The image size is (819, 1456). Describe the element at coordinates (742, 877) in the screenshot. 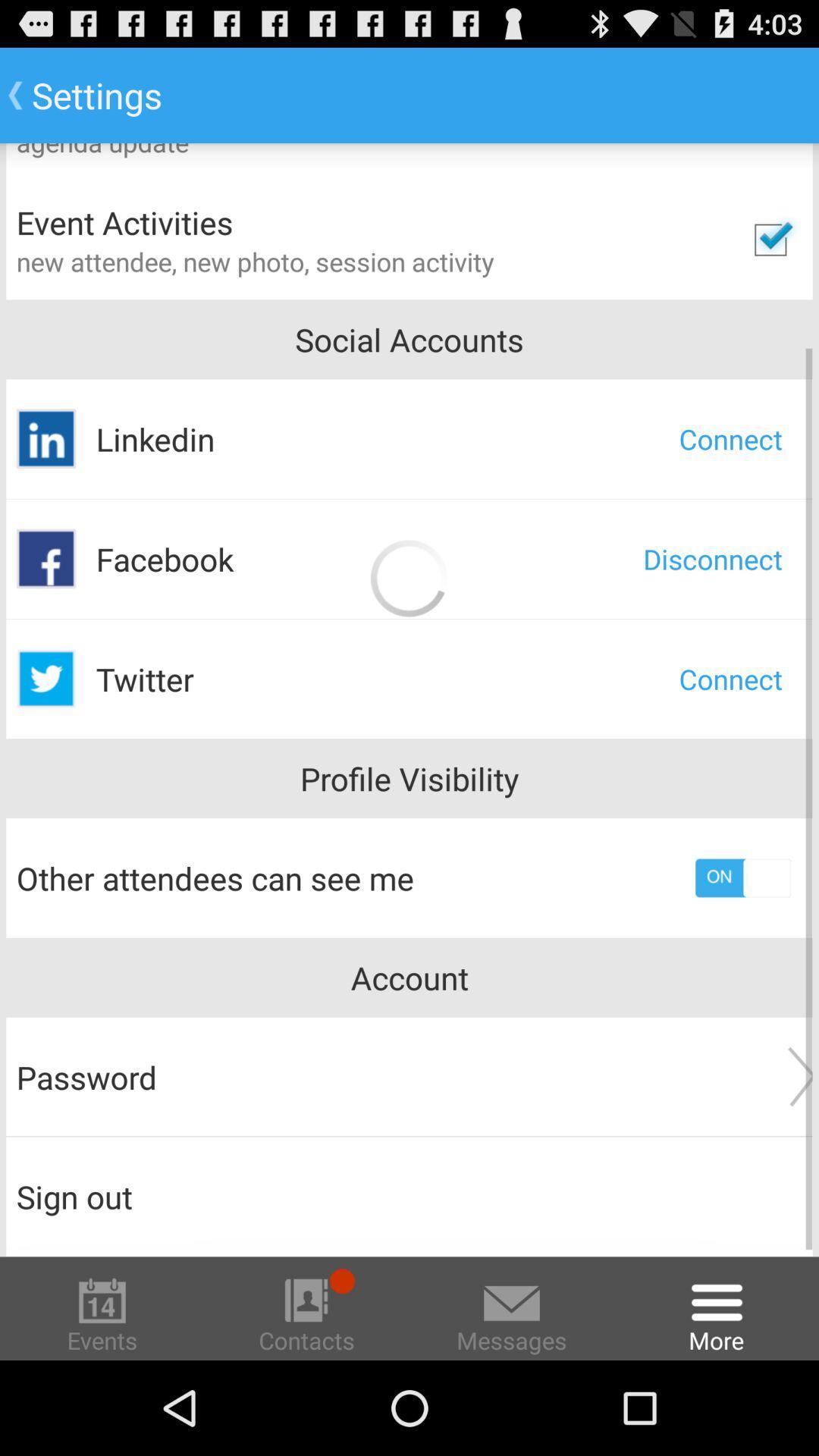

I see `profile visibility option` at that location.